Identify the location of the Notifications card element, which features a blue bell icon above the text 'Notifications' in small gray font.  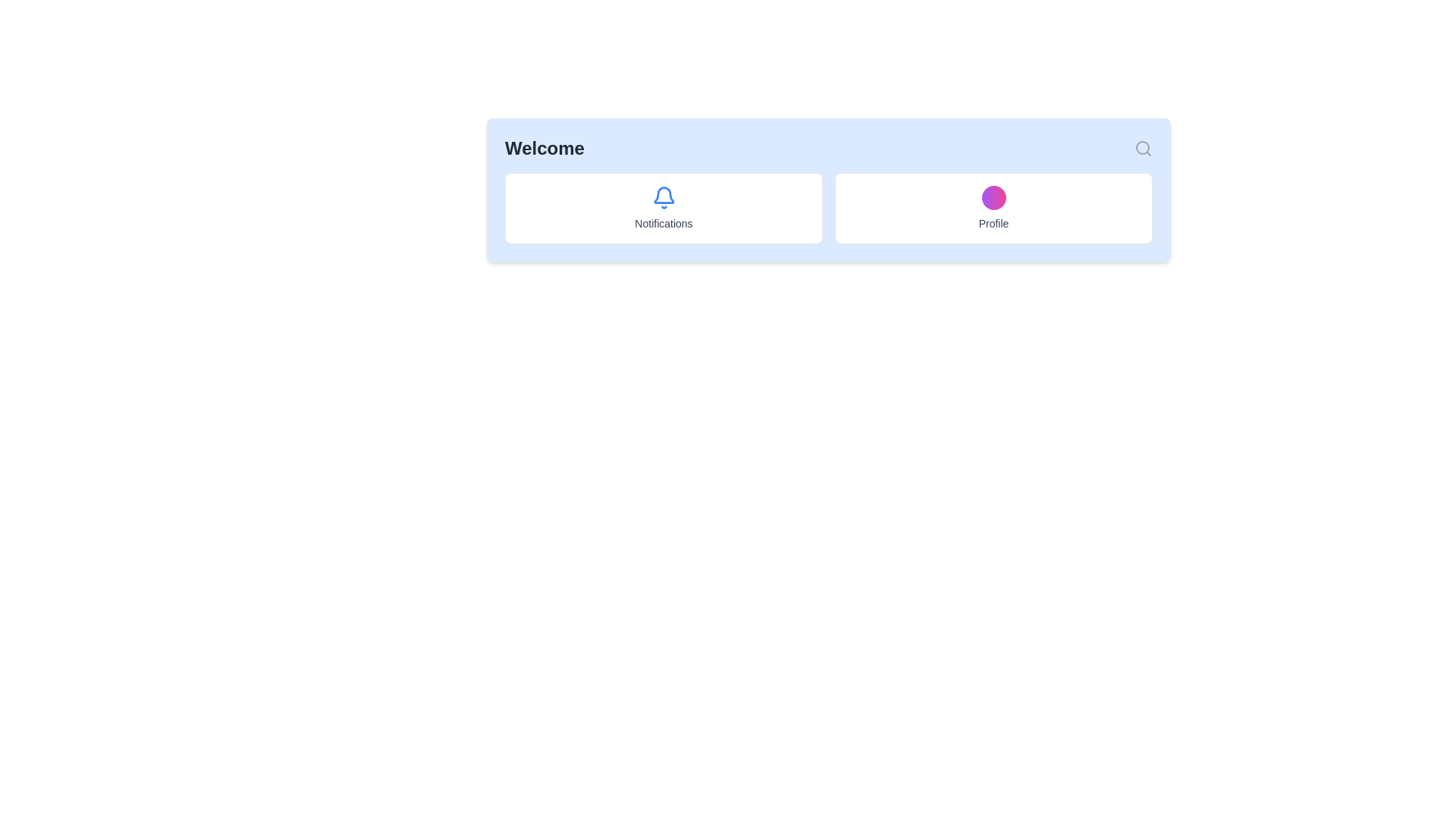
(664, 208).